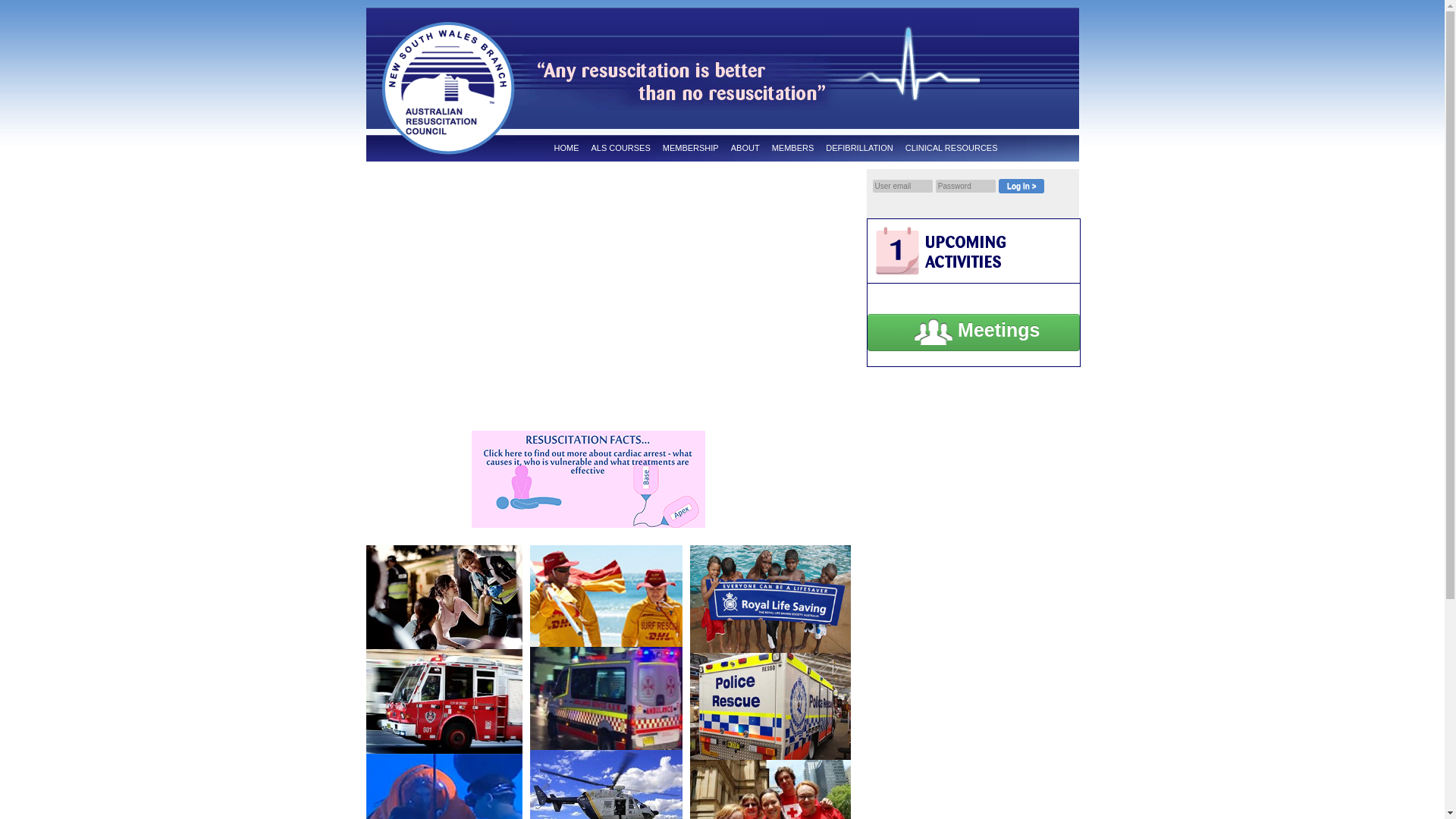 The image size is (1456, 819). What do you see at coordinates (565, 148) in the screenshot?
I see `'HOME'` at bounding box center [565, 148].